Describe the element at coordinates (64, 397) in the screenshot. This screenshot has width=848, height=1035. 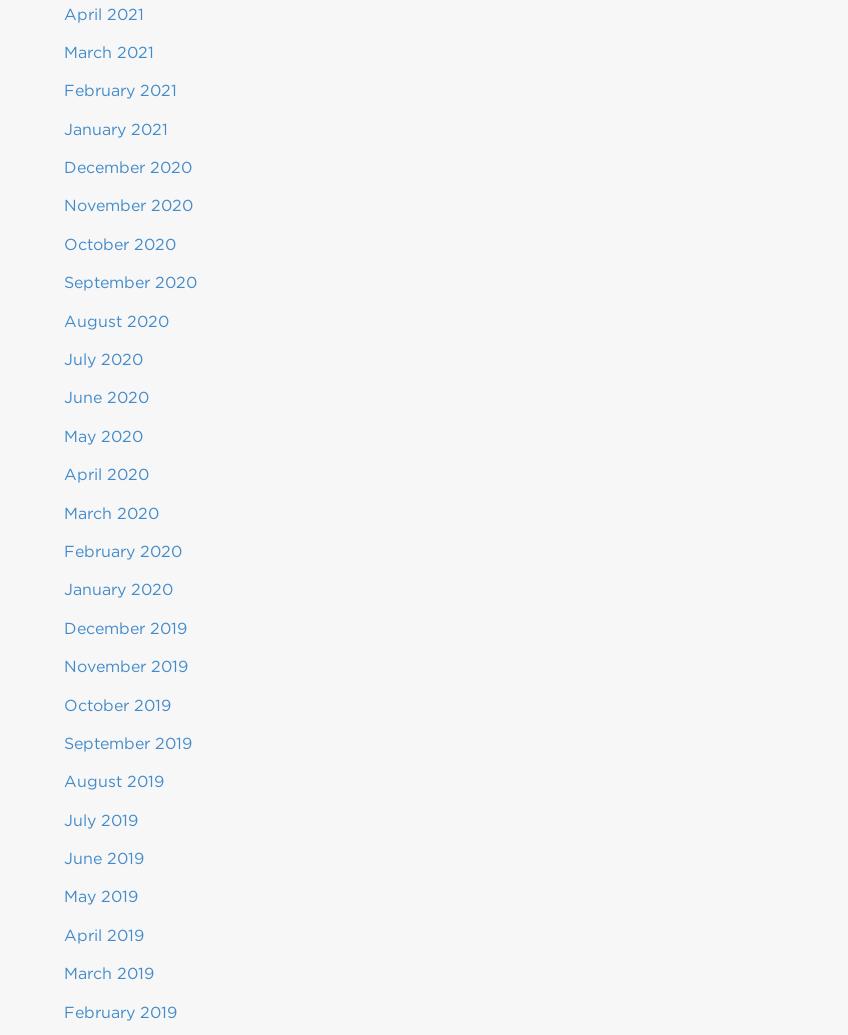
I see `'June 2020'` at that location.